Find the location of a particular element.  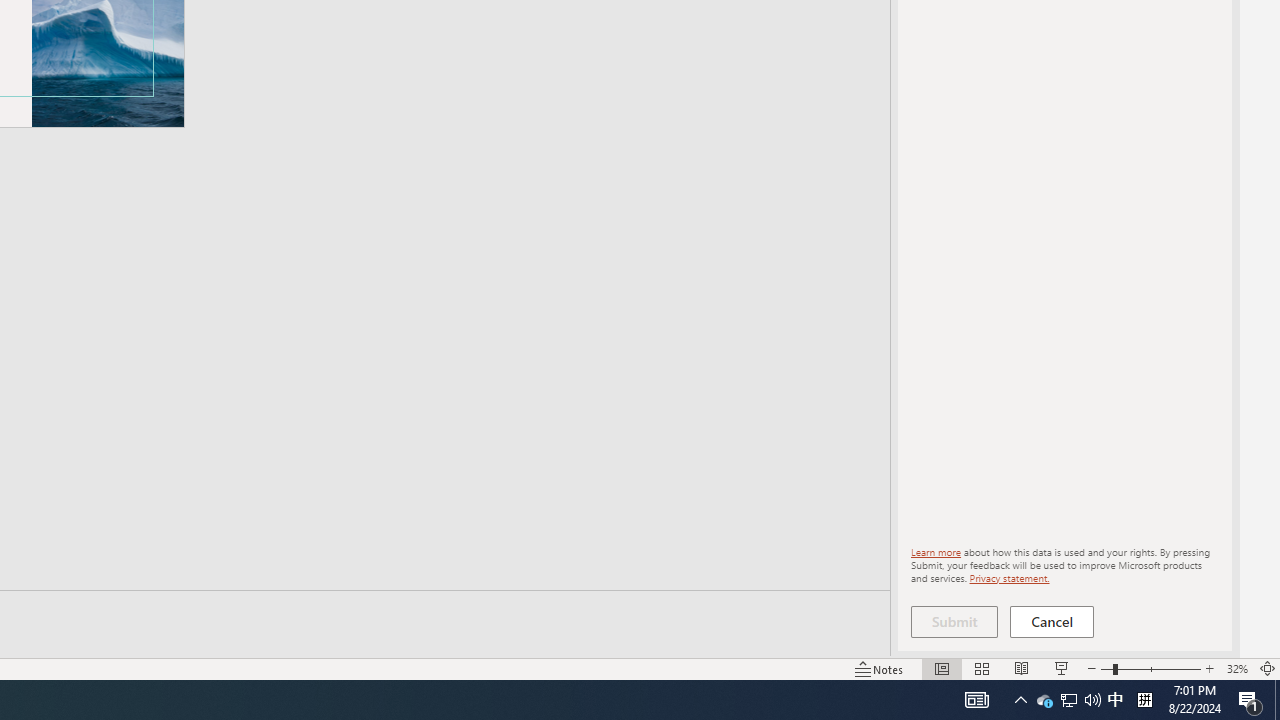

'Zoom' is located at coordinates (1150, 669).